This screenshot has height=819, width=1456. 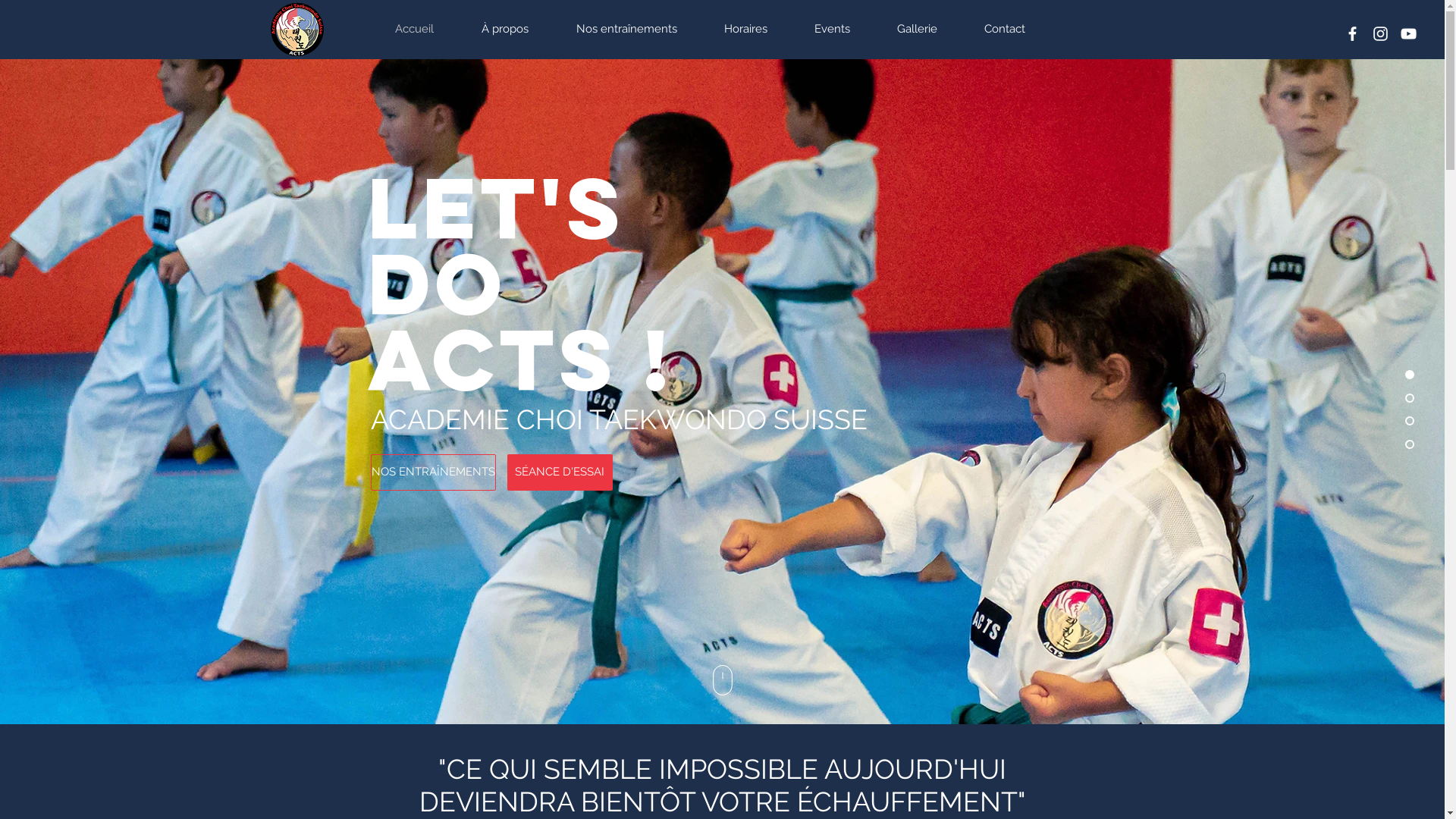 What do you see at coordinates (928, 29) in the screenshot?
I see `'Gallerie'` at bounding box center [928, 29].